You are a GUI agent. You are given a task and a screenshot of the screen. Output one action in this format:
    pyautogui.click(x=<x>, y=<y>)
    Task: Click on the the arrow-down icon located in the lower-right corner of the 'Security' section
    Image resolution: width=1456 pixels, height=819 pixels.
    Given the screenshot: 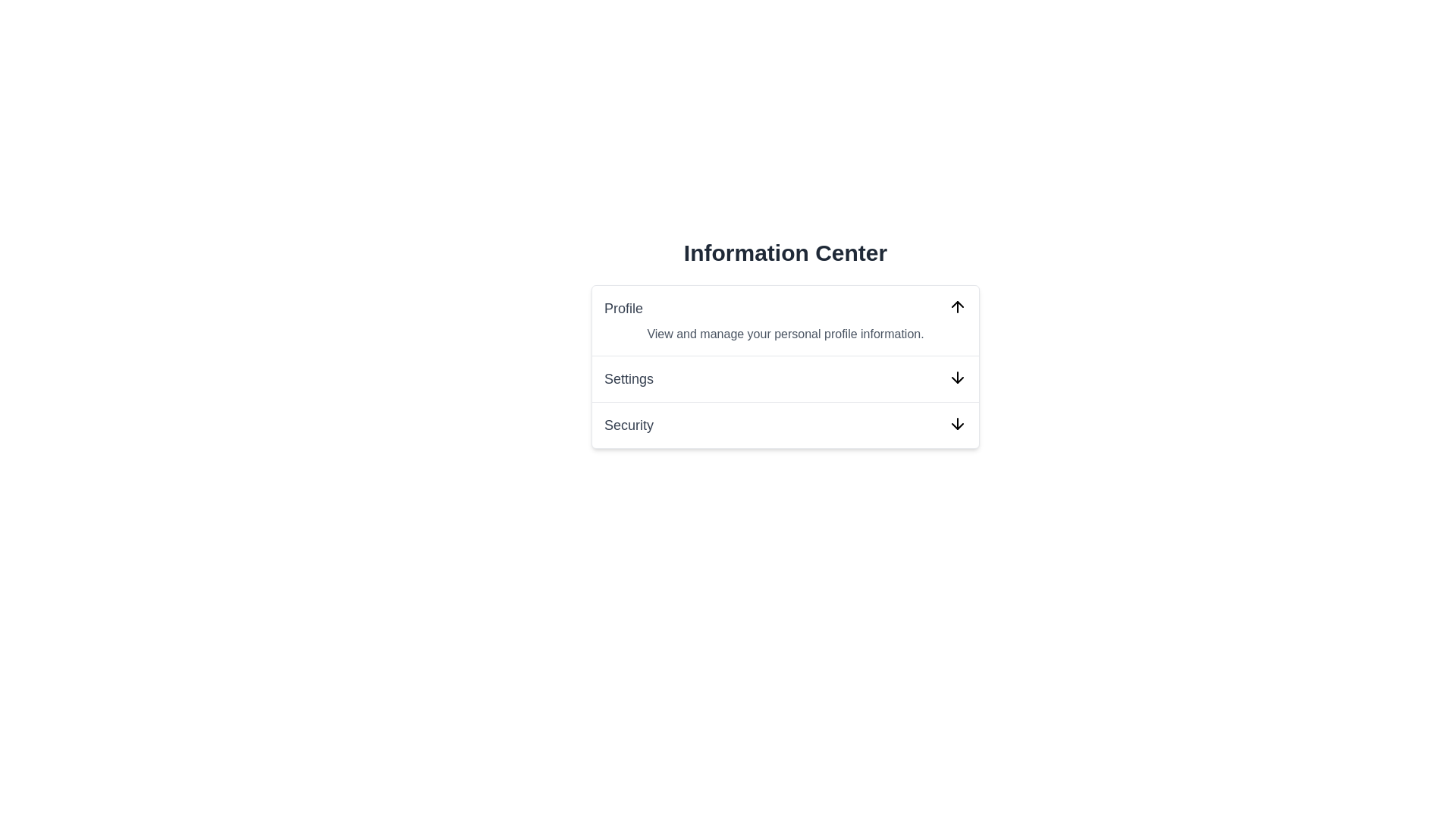 What is the action you would take?
    pyautogui.click(x=956, y=424)
    